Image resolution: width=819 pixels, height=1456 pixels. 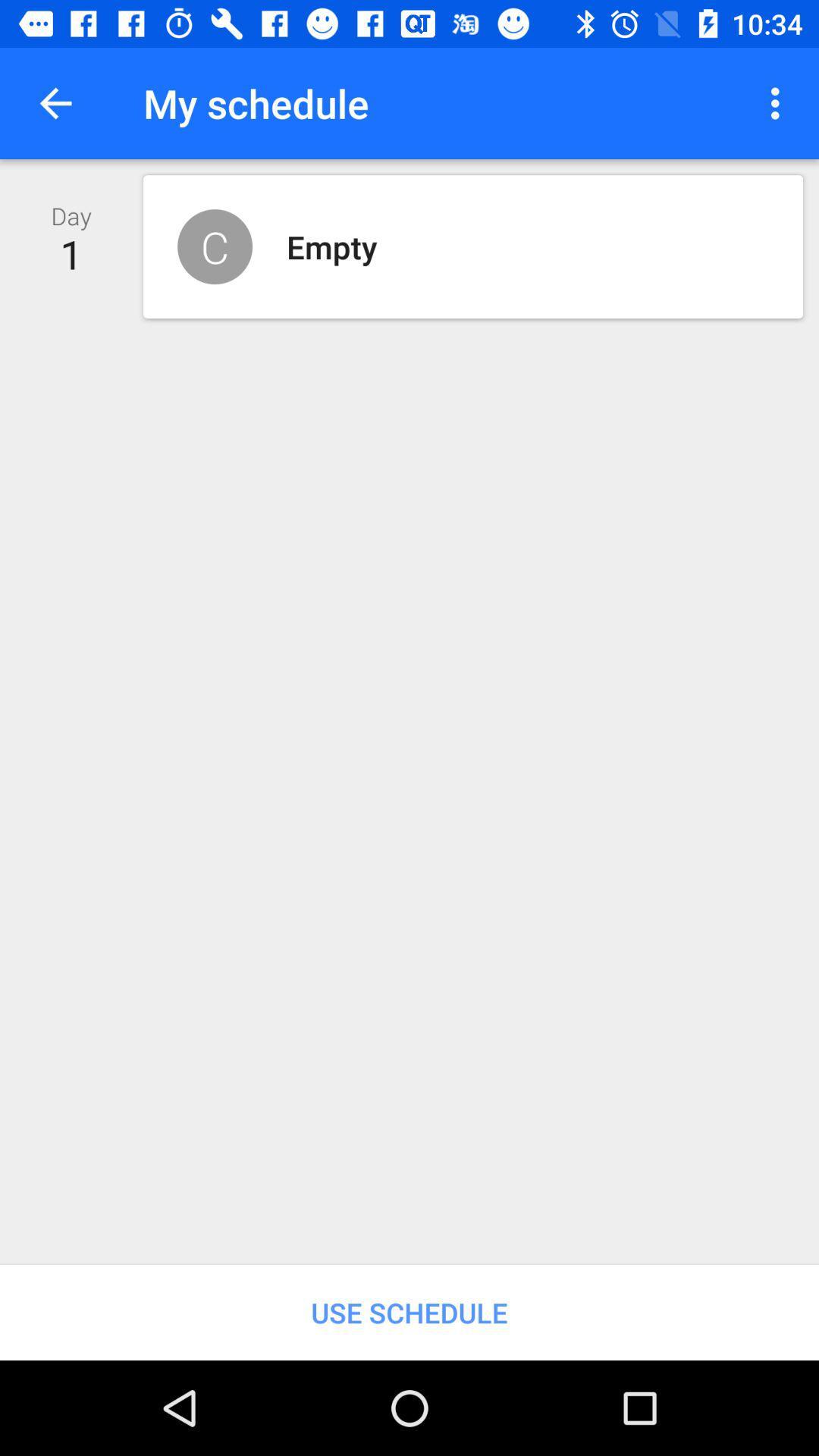 I want to click on icon to the left of the my schedule, so click(x=55, y=102).